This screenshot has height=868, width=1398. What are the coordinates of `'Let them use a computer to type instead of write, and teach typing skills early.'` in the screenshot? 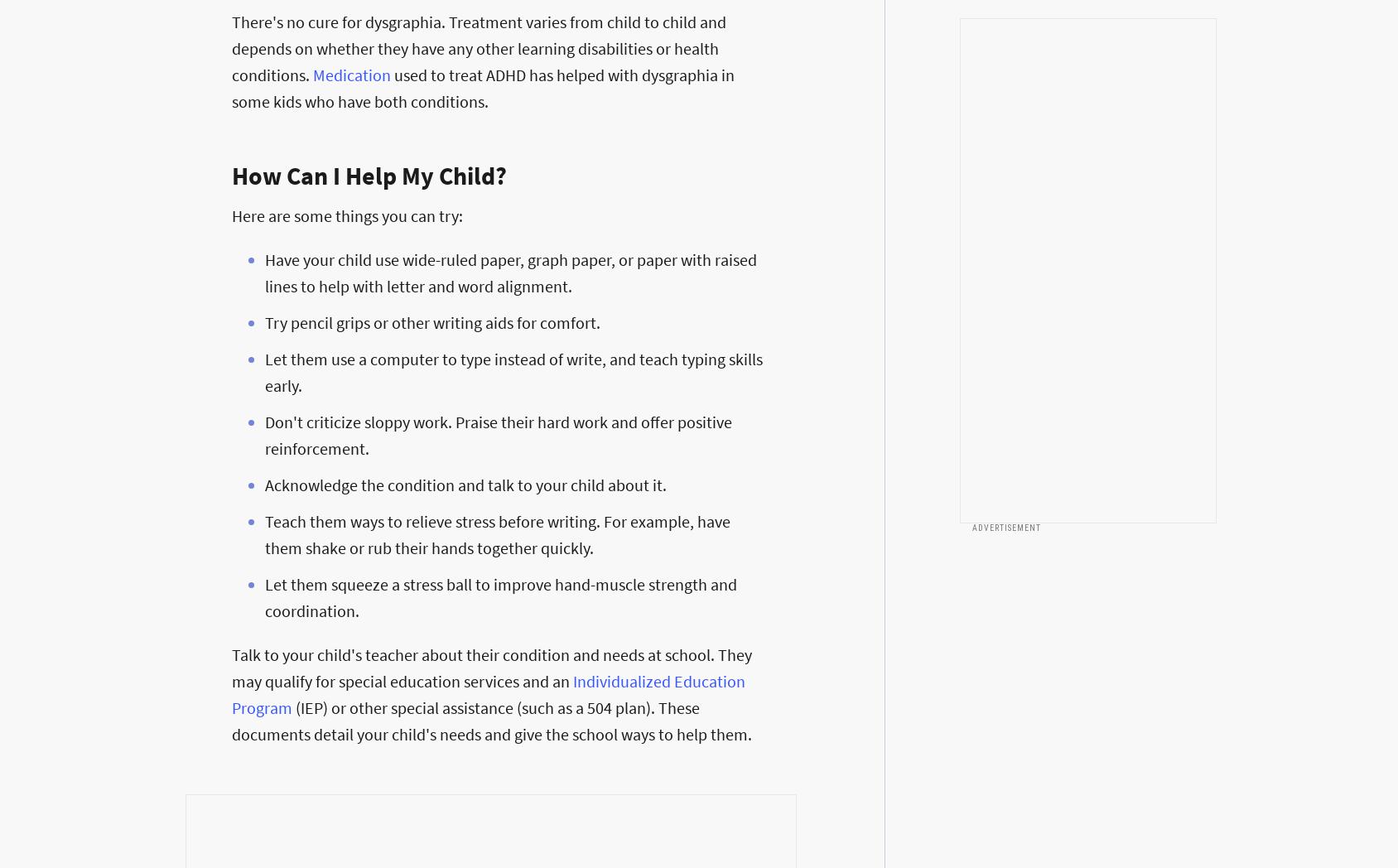 It's located at (513, 371).